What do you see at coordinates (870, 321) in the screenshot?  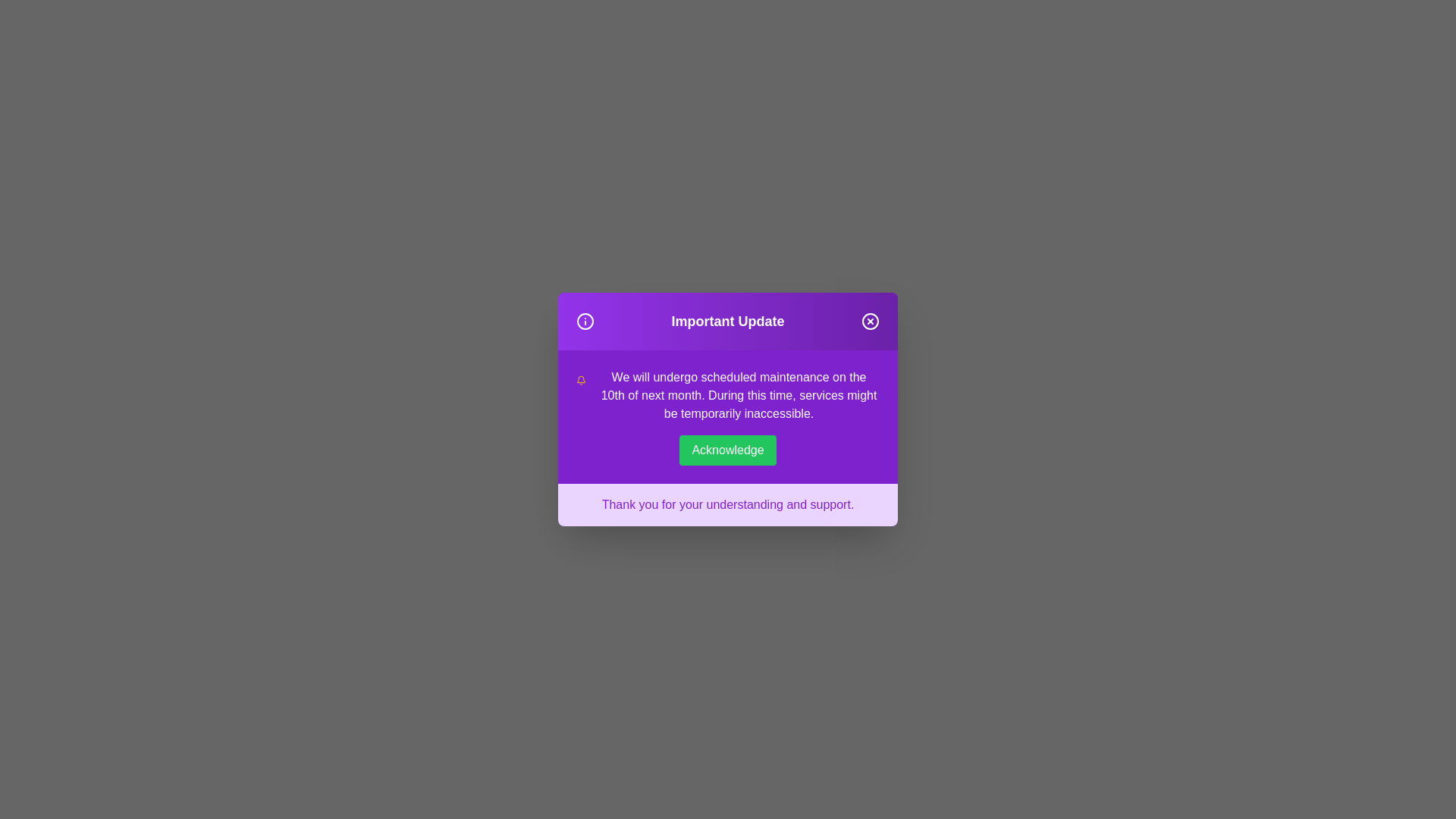 I see `the close button to dismiss the dialog` at bounding box center [870, 321].